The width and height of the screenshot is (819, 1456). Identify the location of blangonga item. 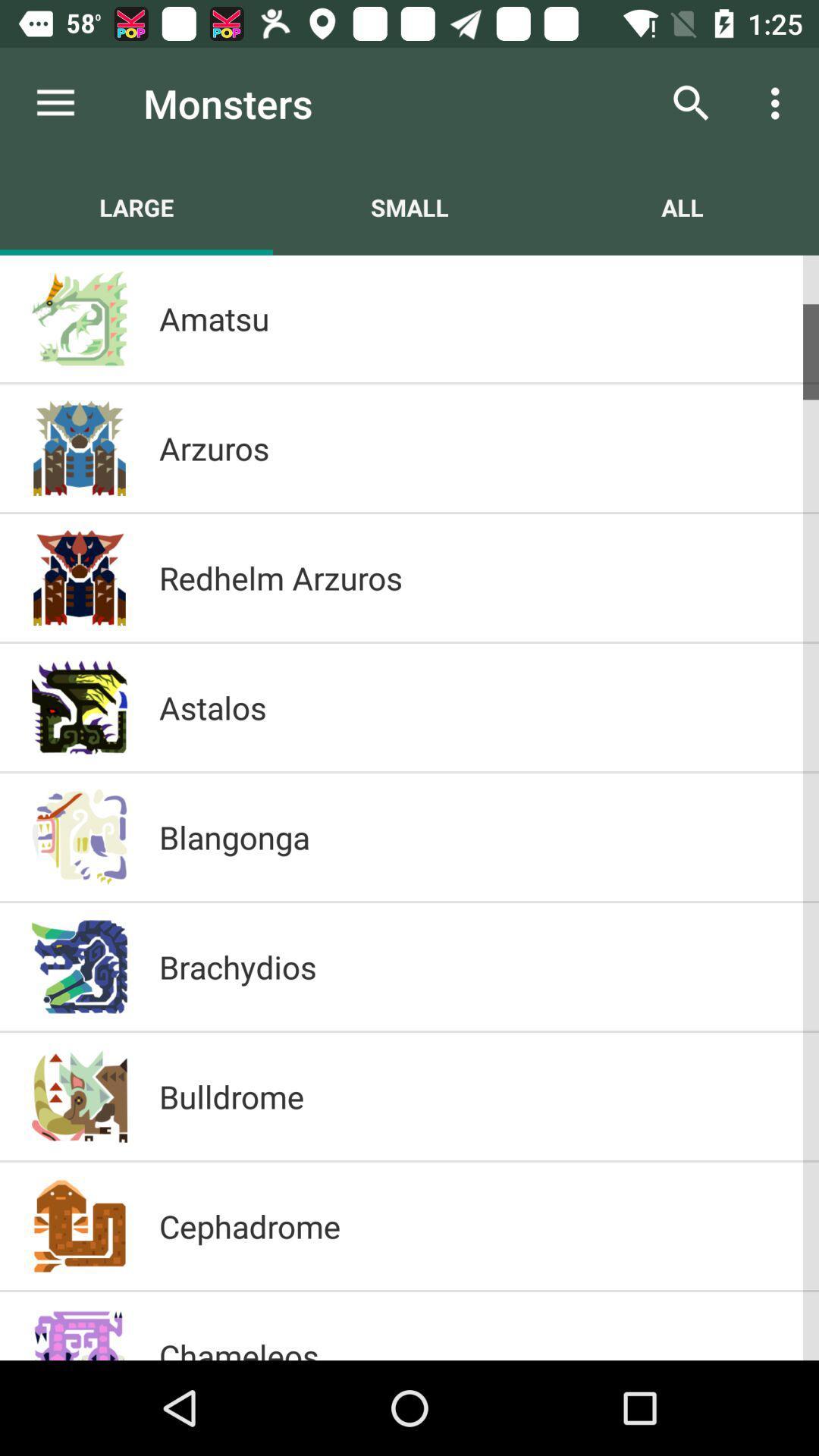
(472, 836).